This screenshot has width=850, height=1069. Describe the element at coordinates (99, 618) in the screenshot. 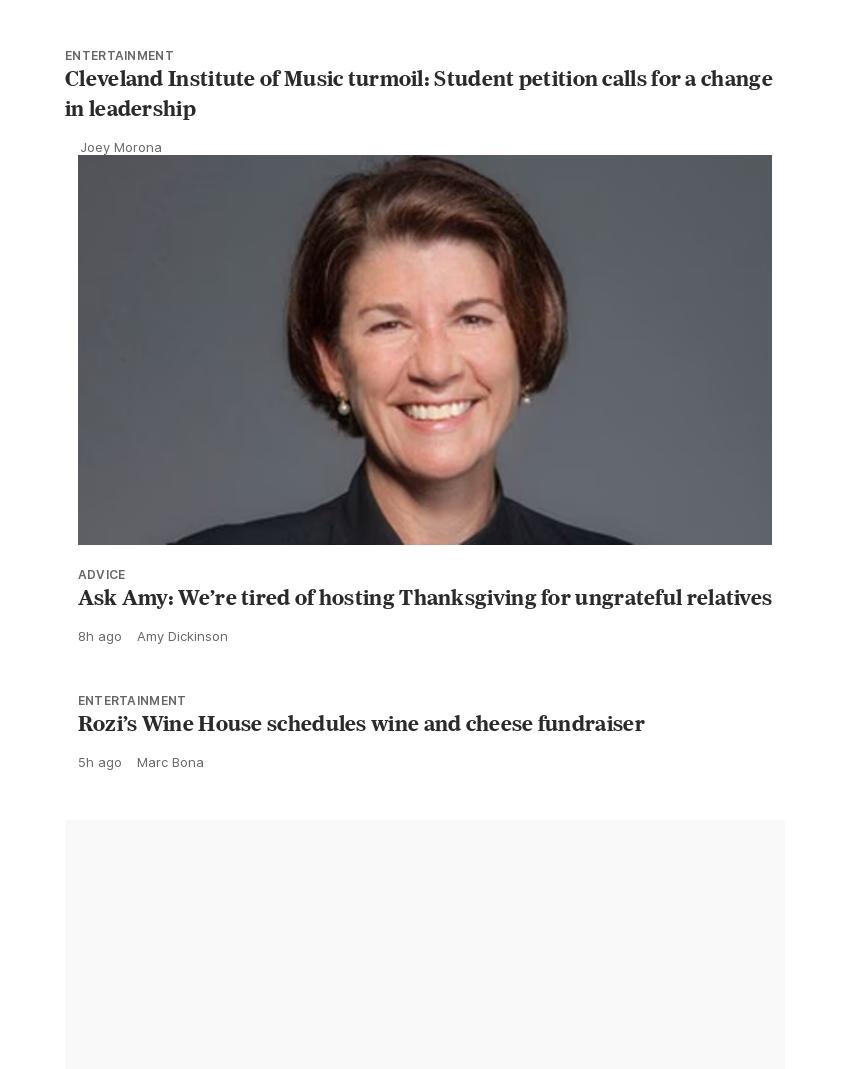

I see `'Advice'` at that location.